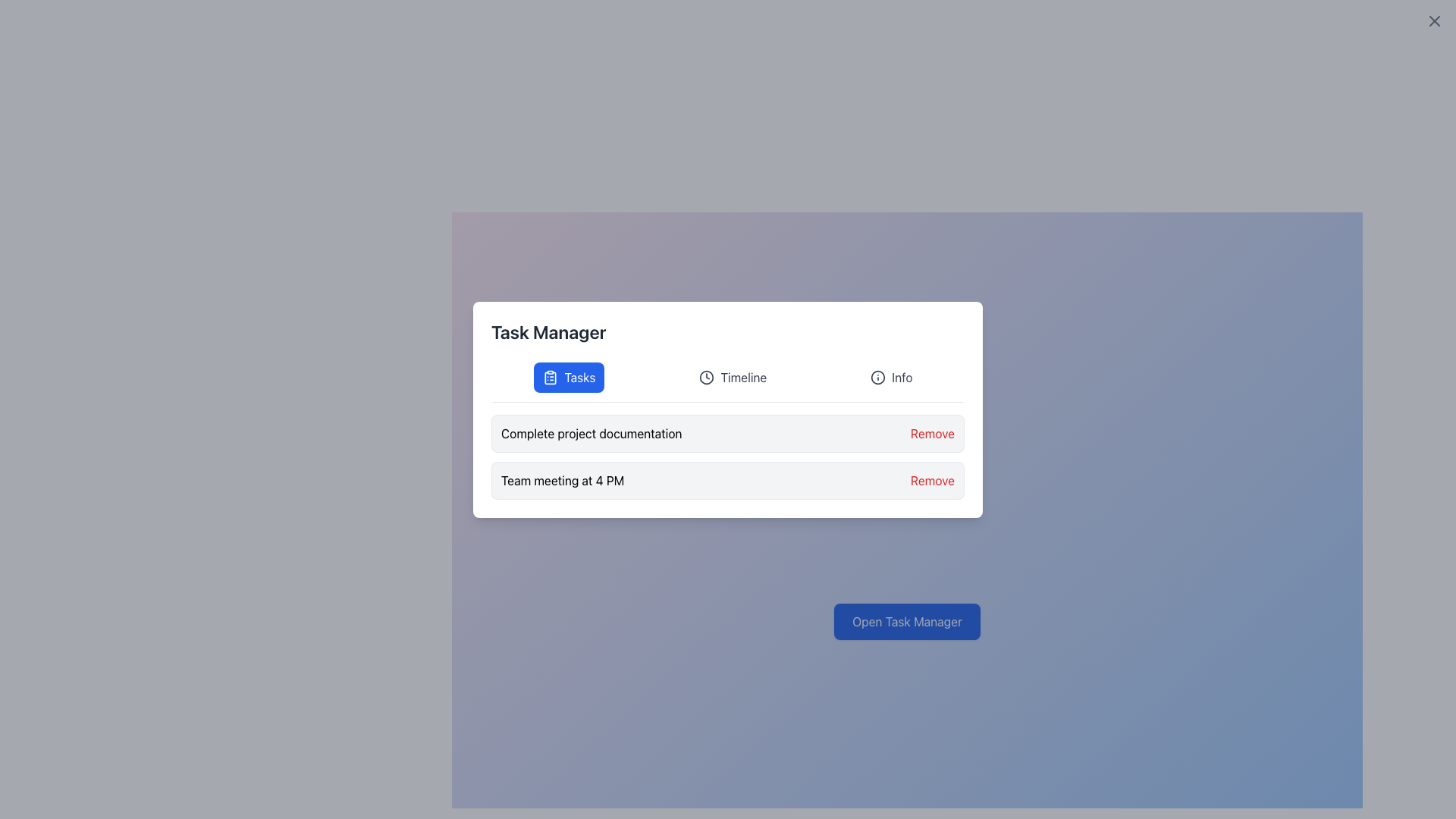 This screenshot has height=819, width=1456. Describe the element at coordinates (907, 622) in the screenshot. I see `the 'Task Manager' button using keyboard navigation` at that location.